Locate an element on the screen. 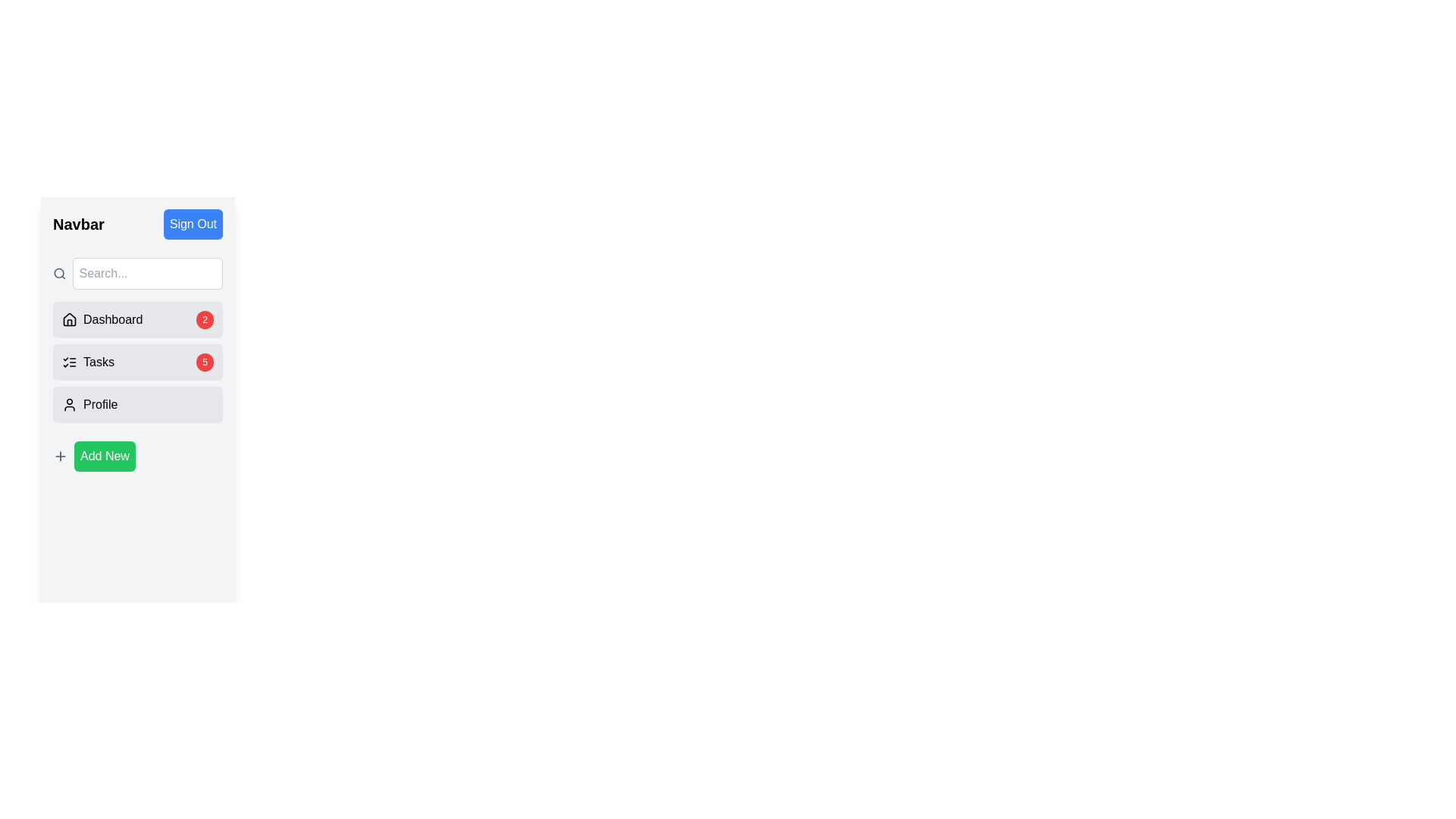  the search icon located at the top of the vertical navigation panel, which indicates the search functionality of the adjacent input field is located at coordinates (59, 274).